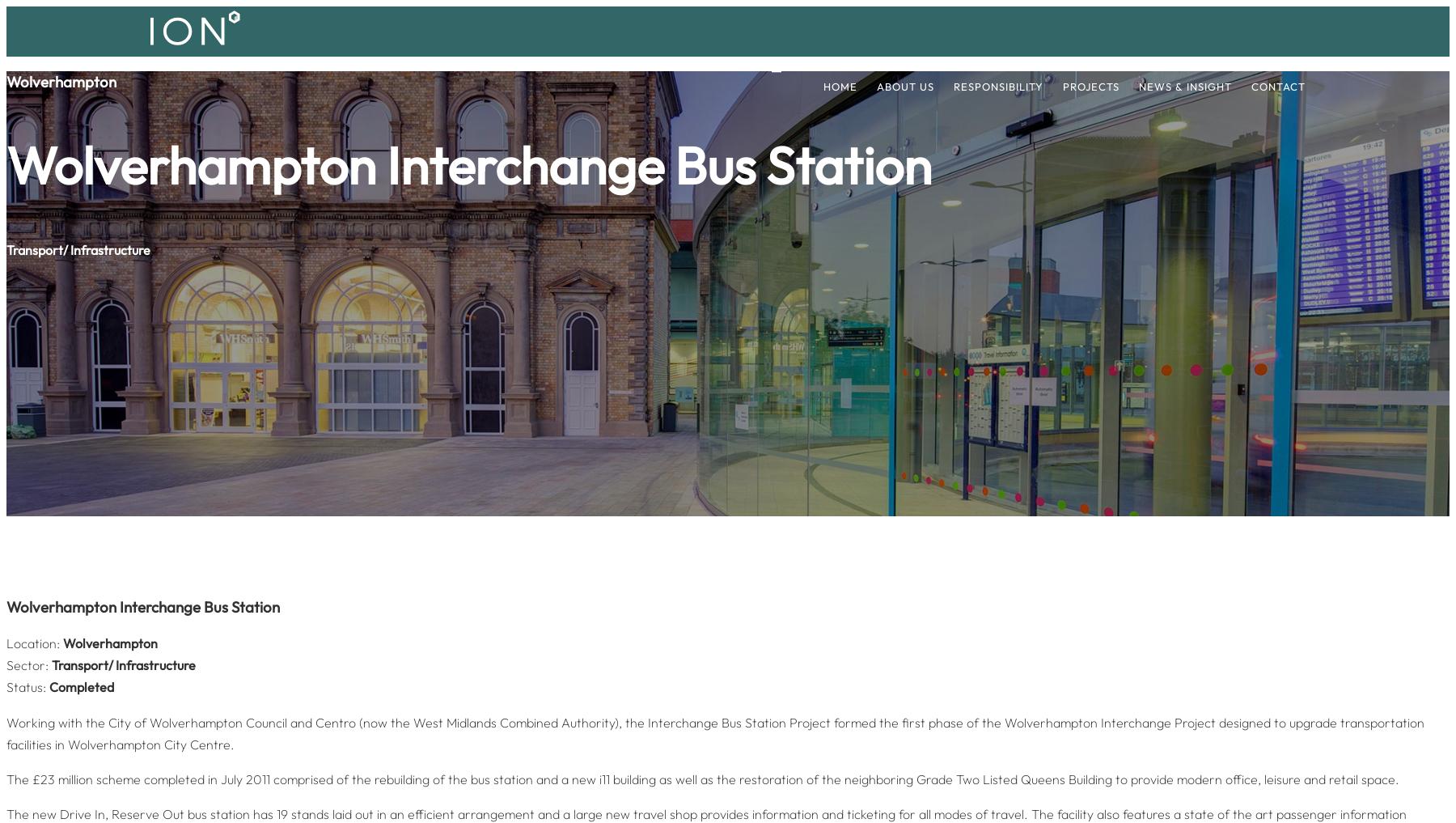  Describe the element at coordinates (234, 389) in the screenshot. I see `'© 2023 Ion Development. All rights reserved.'` at that location.